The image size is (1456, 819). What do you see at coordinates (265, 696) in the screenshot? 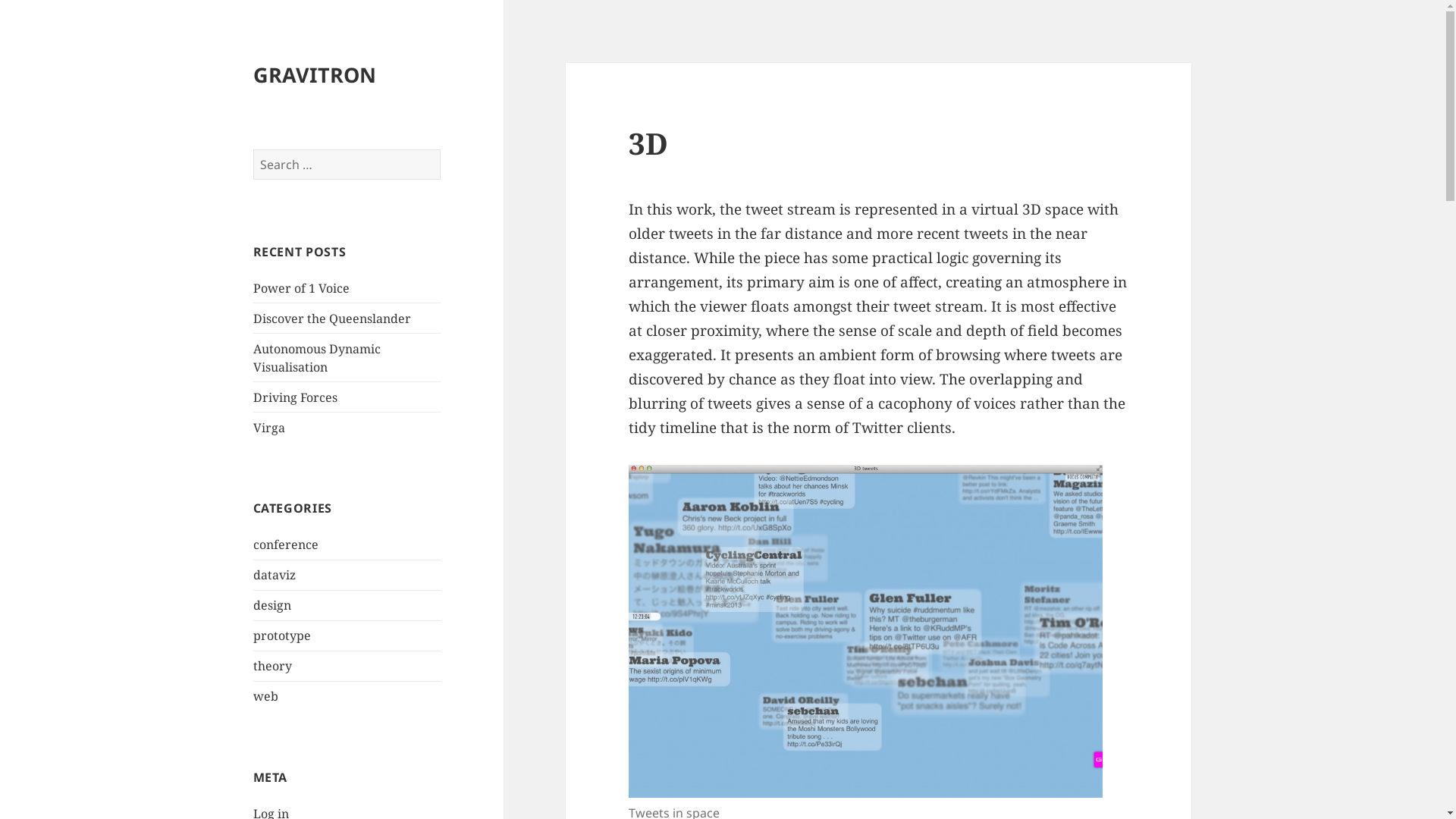
I see `'web'` at bounding box center [265, 696].